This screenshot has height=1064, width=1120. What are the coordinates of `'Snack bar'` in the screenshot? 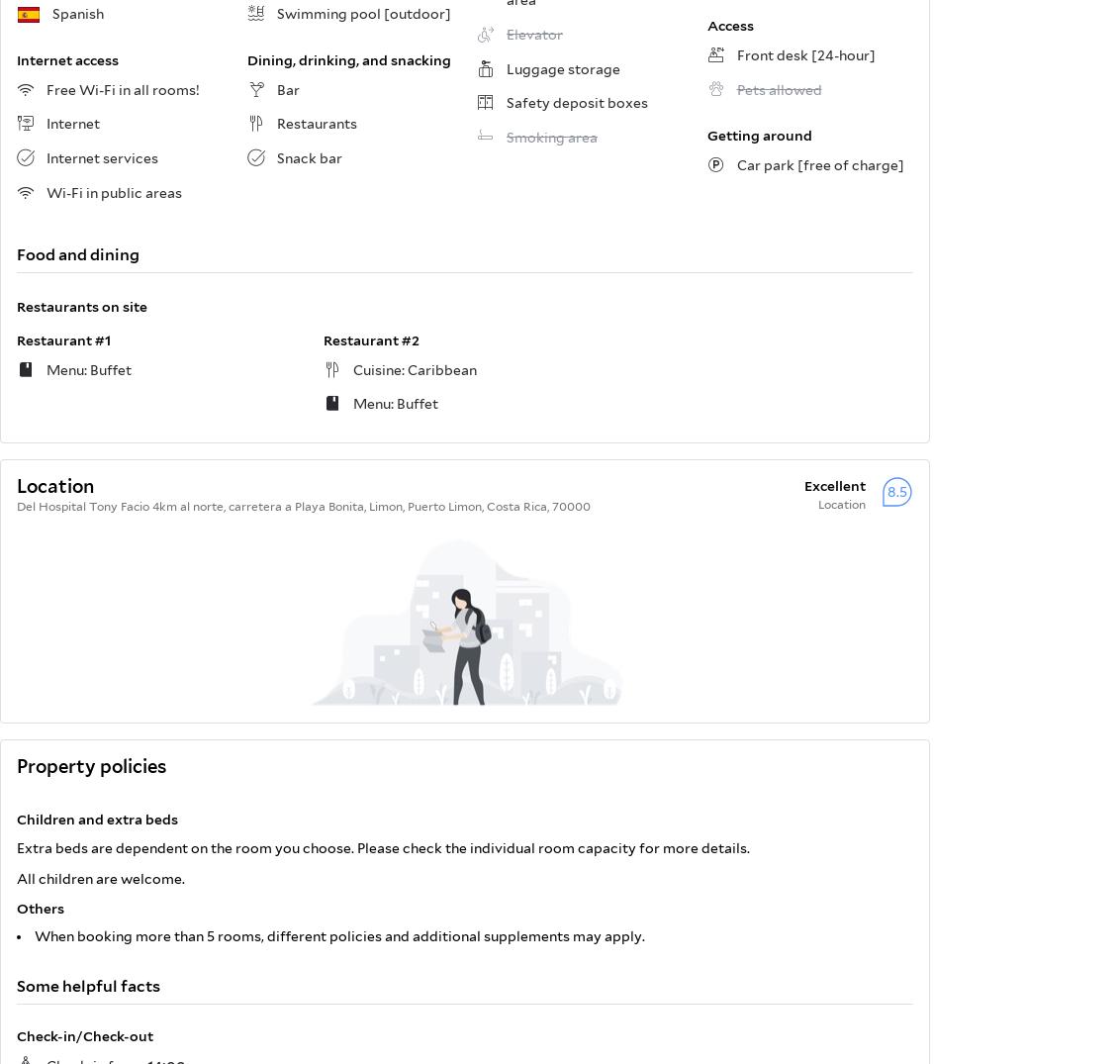 It's located at (307, 156).